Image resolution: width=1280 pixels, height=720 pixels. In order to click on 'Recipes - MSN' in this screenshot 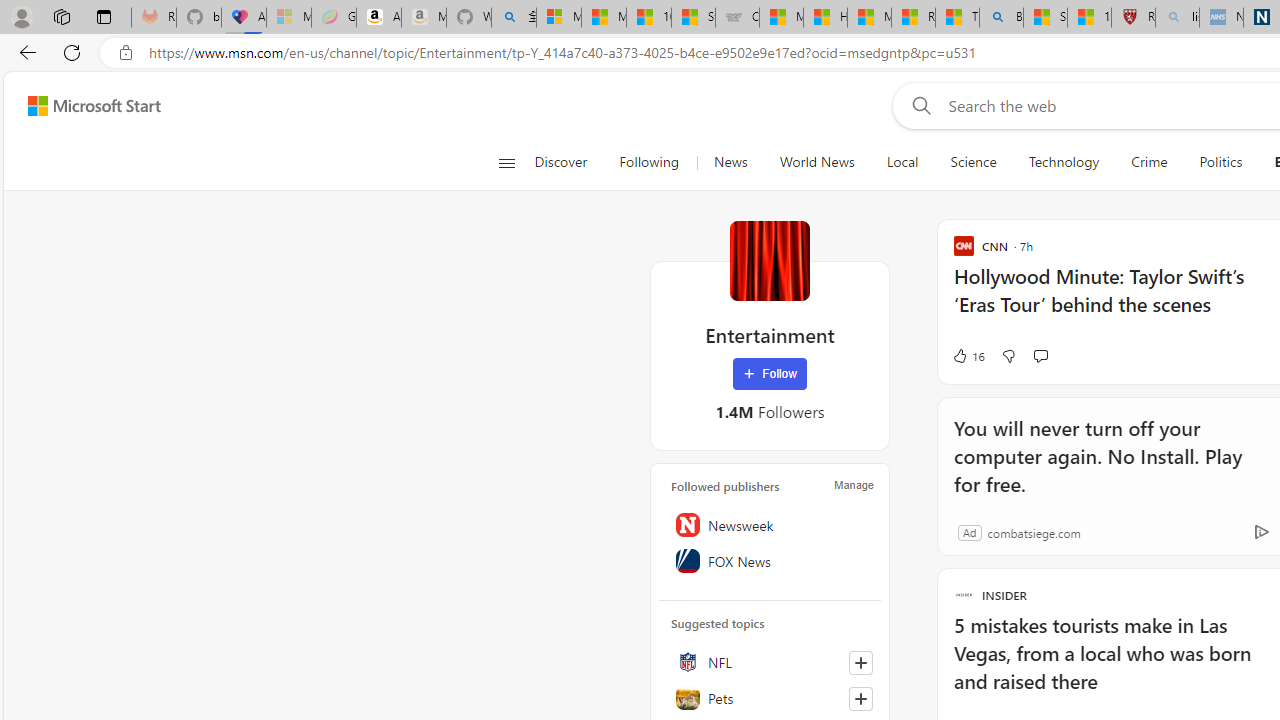, I will do `click(912, 17)`.